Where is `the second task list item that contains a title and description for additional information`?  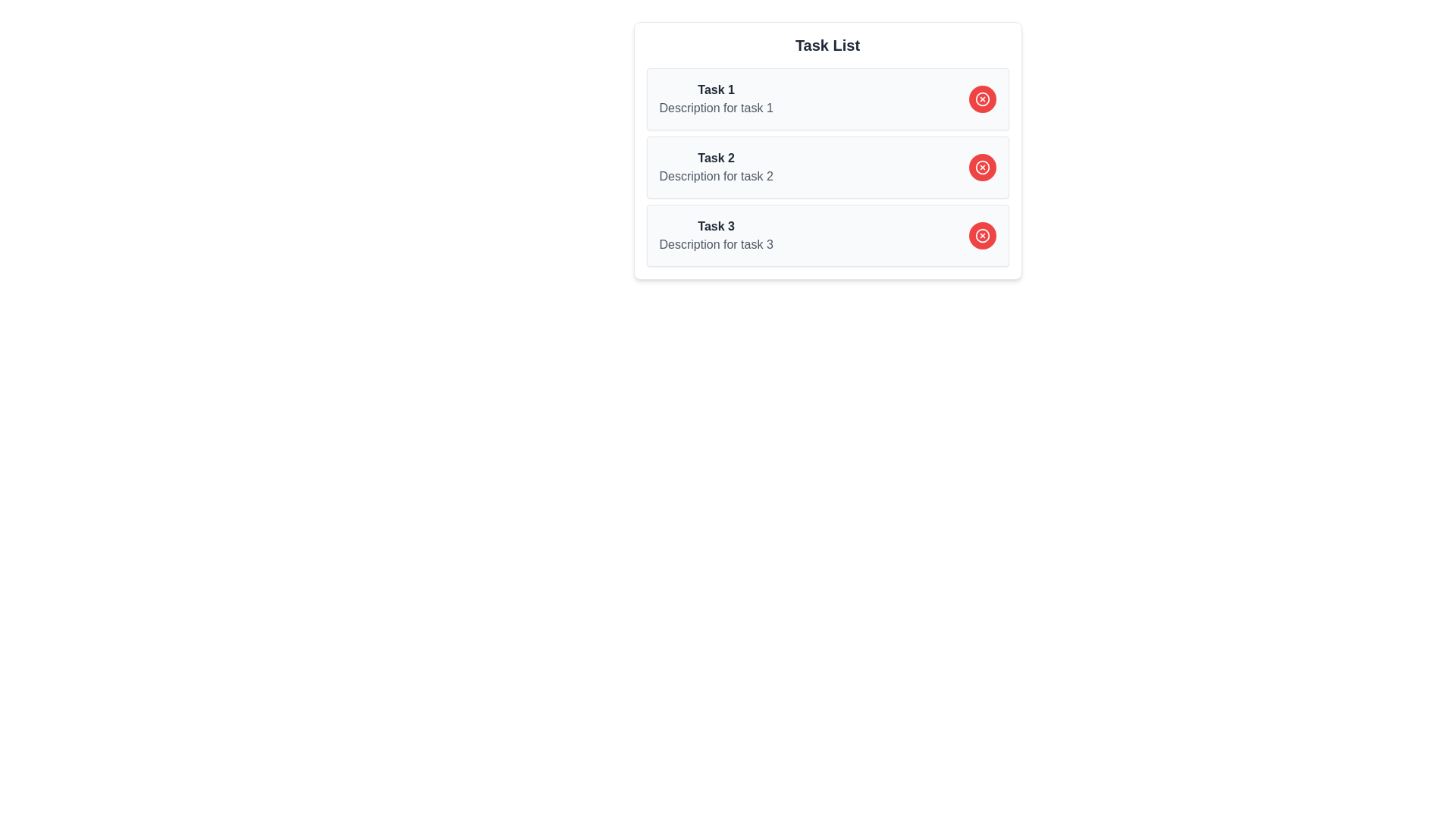
the second task list item that contains a title and description for additional information is located at coordinates (827, 151).